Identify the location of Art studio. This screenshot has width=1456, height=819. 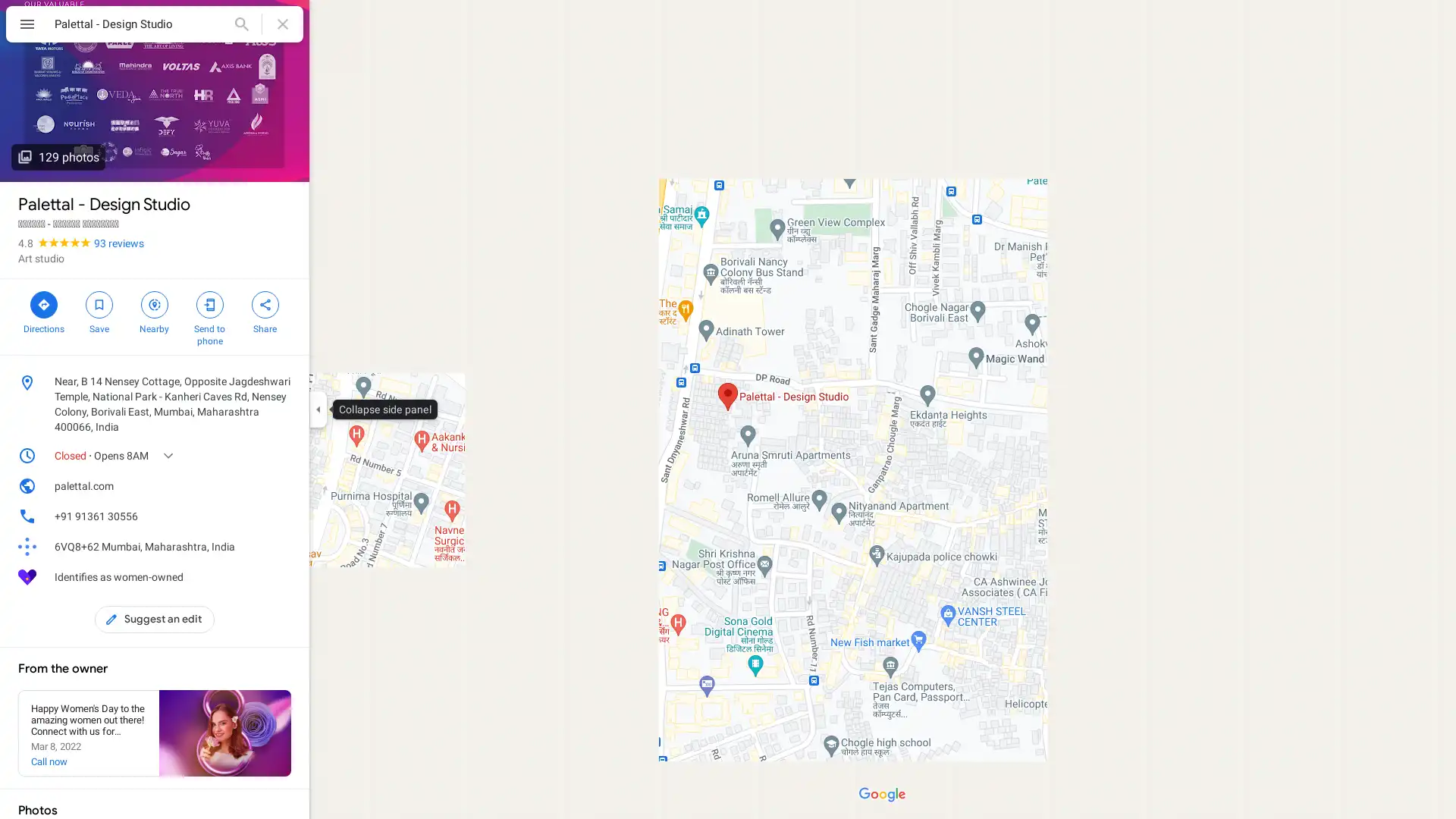
(41, 257).